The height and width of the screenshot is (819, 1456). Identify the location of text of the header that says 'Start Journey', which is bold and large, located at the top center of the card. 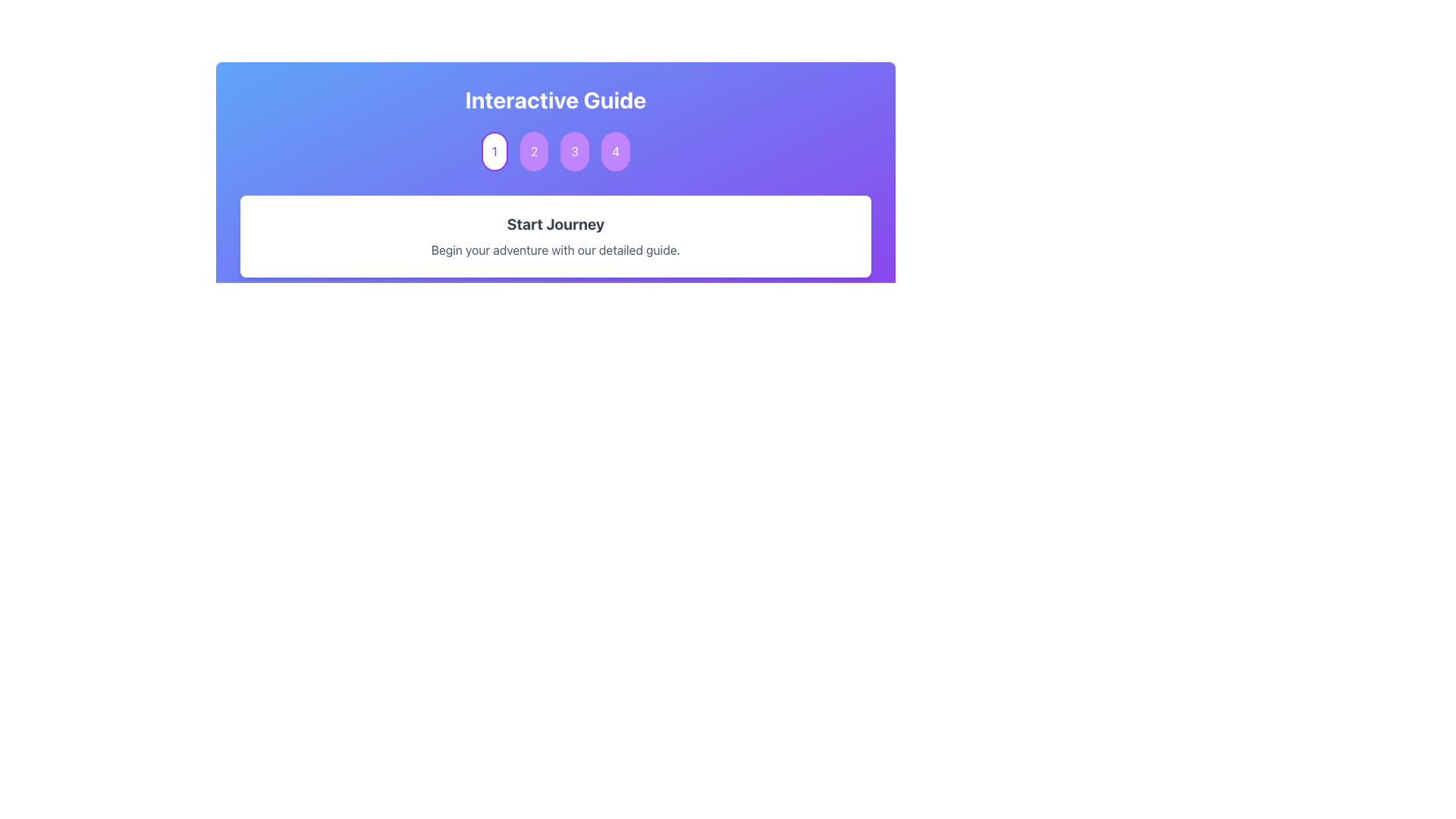
(555, 224).